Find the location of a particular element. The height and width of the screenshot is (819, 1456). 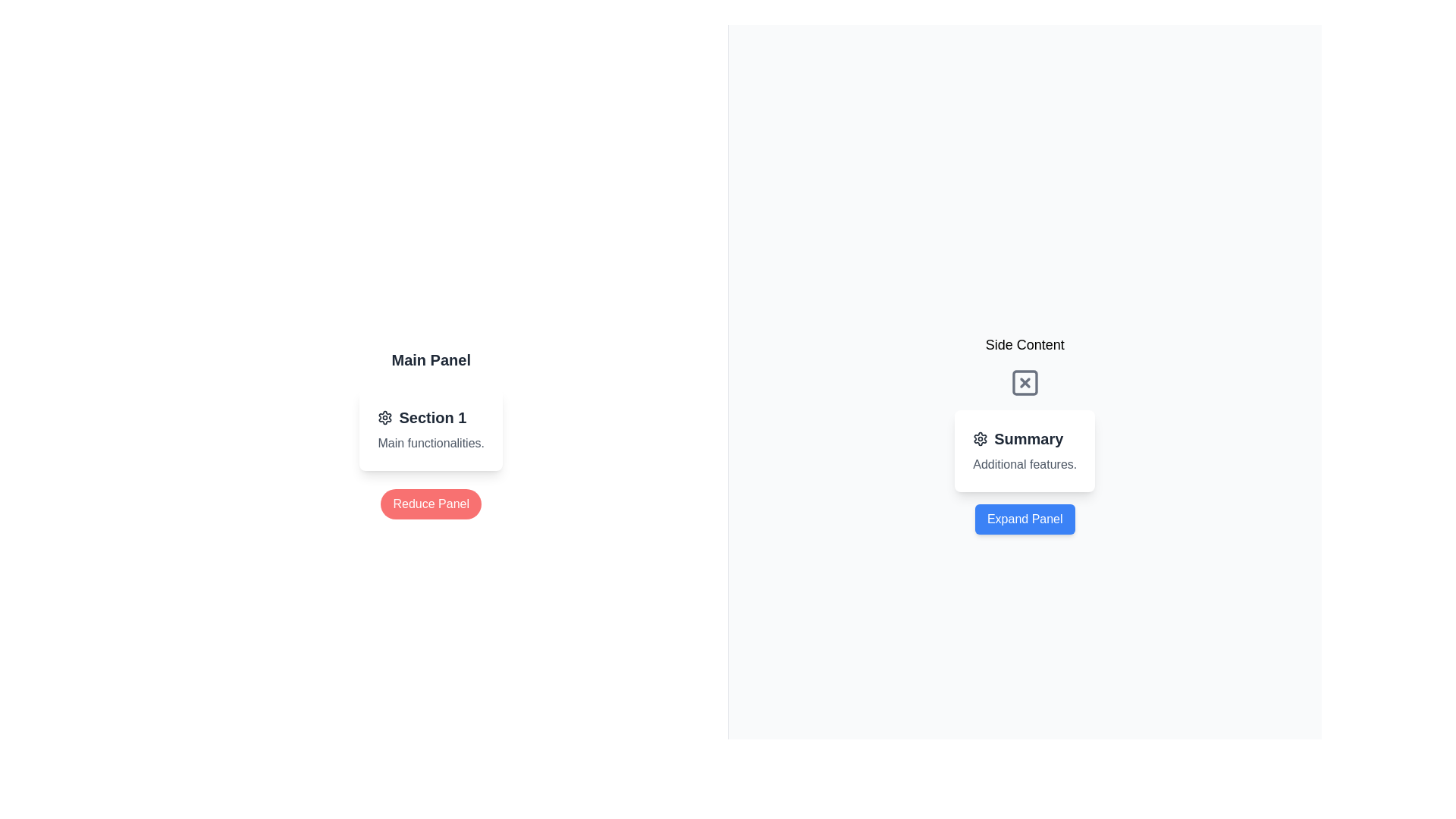

the gear-shaped icon on the left side of the 'Summary' section is located at coordinates (981, 438).